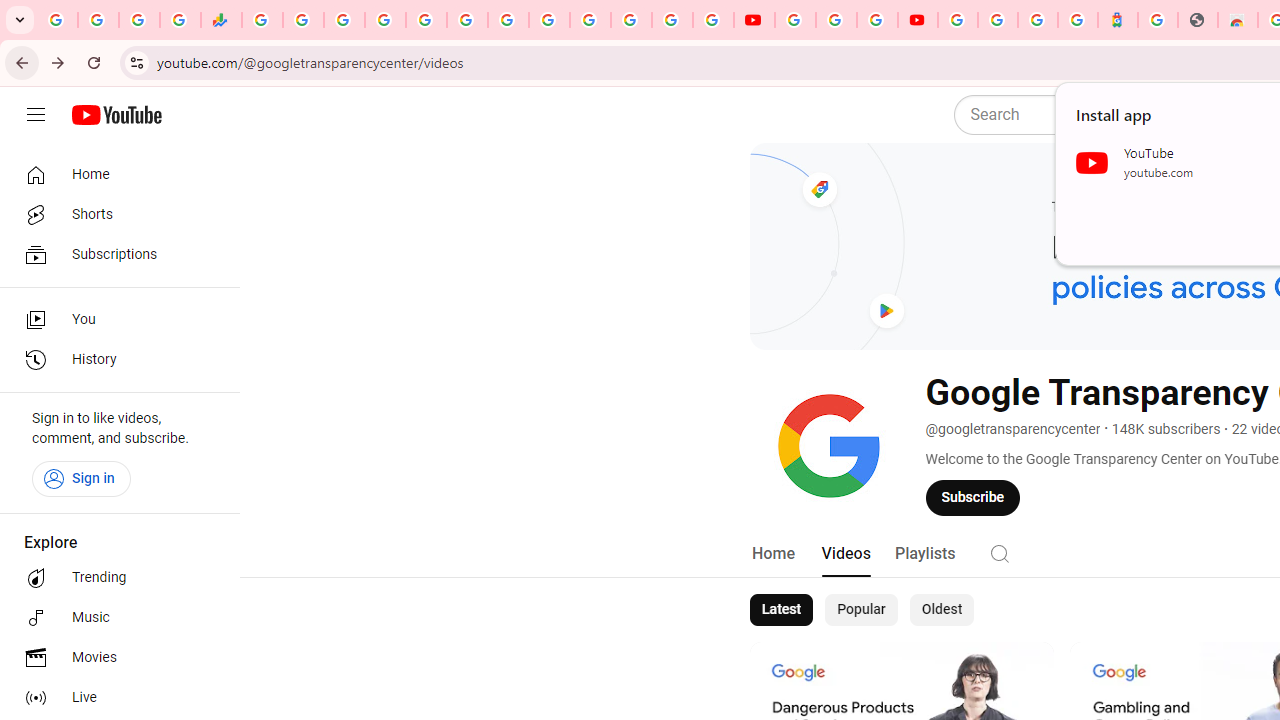 This screenshot has width=1280, height=720. Describe the element at coordinates (917, 20) in the screenshot. I see `'Content Creator Programs & Opportunities - YouTube Creators'` at that location.